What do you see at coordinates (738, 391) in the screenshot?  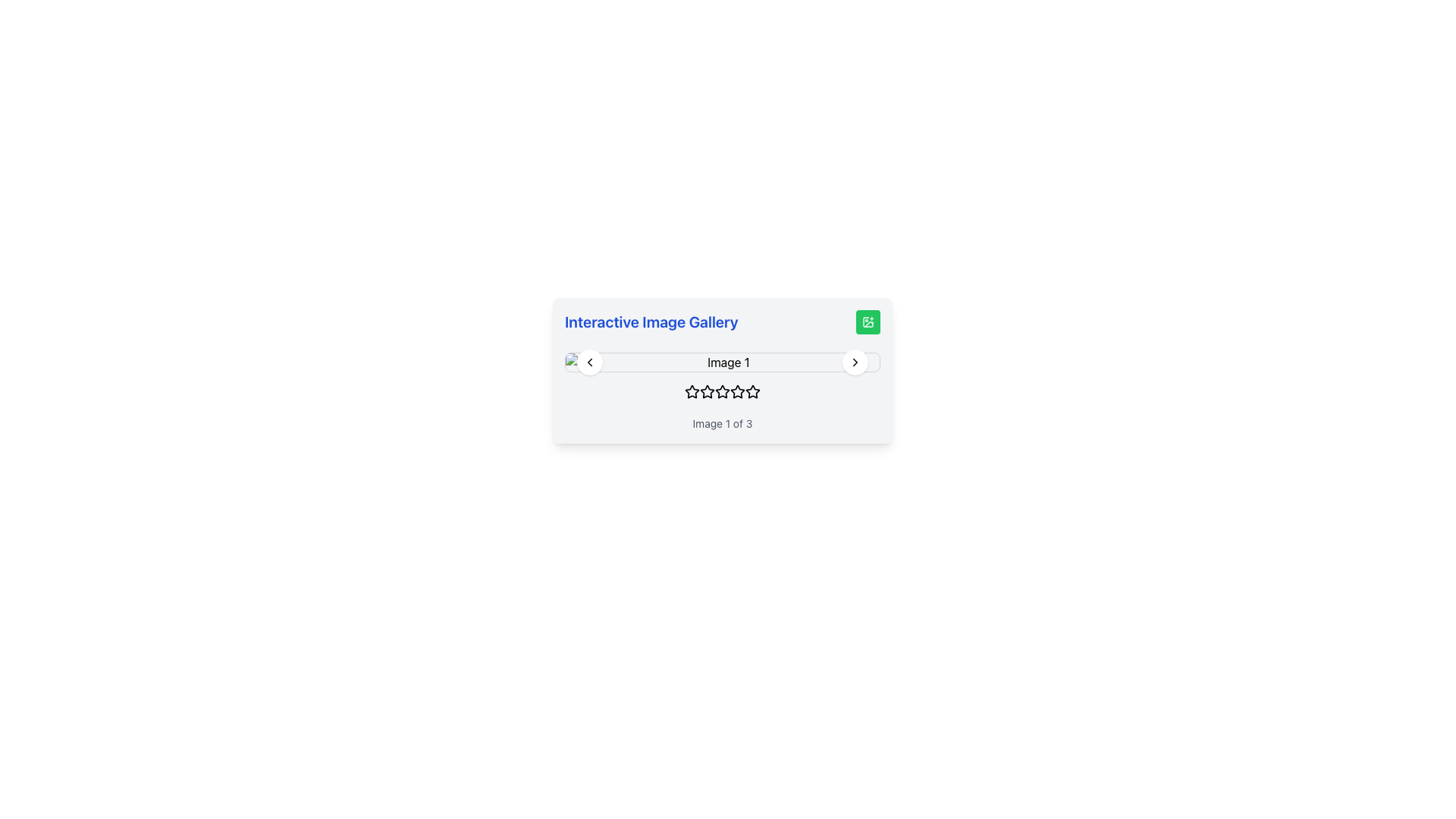 I see `the fifth star-shaped icon in the horizontal row to rate it` at bounding box center [738, 391].